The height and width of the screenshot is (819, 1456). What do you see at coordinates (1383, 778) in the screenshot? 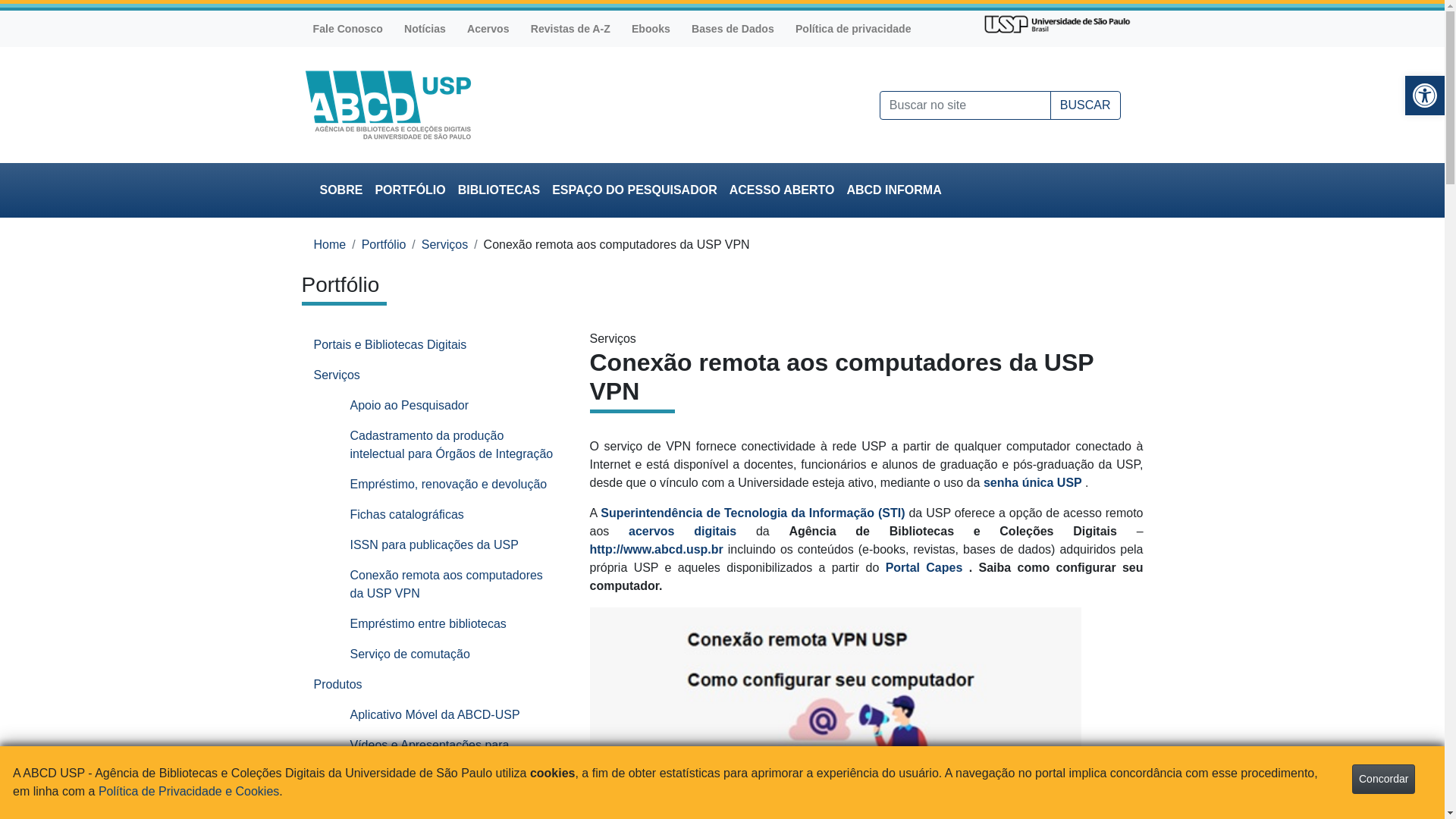
I see `'Concordar'` at bounding box center [1383, 778].